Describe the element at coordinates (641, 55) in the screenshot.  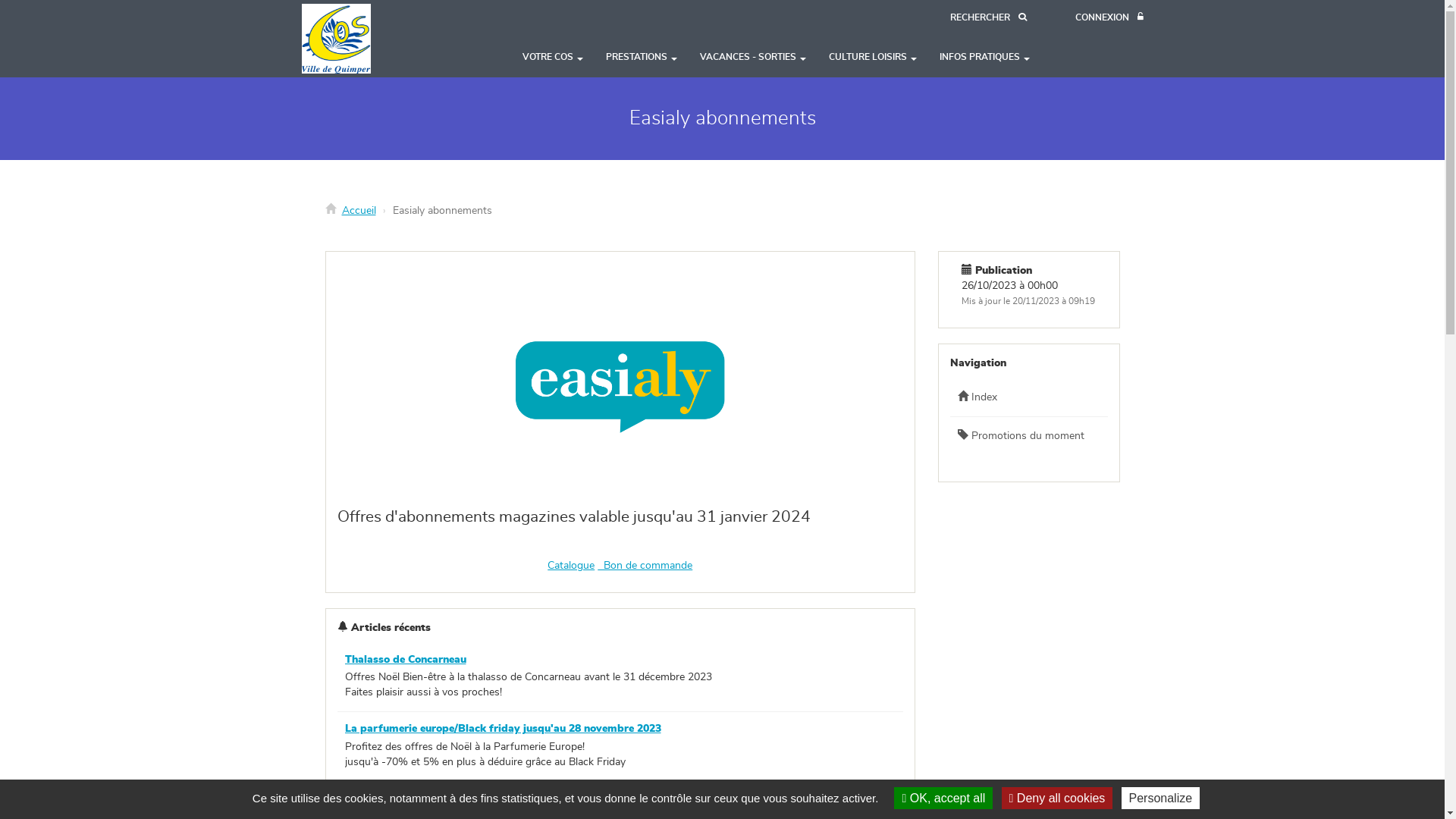
I see `'PRESTATIONS'` at that location.